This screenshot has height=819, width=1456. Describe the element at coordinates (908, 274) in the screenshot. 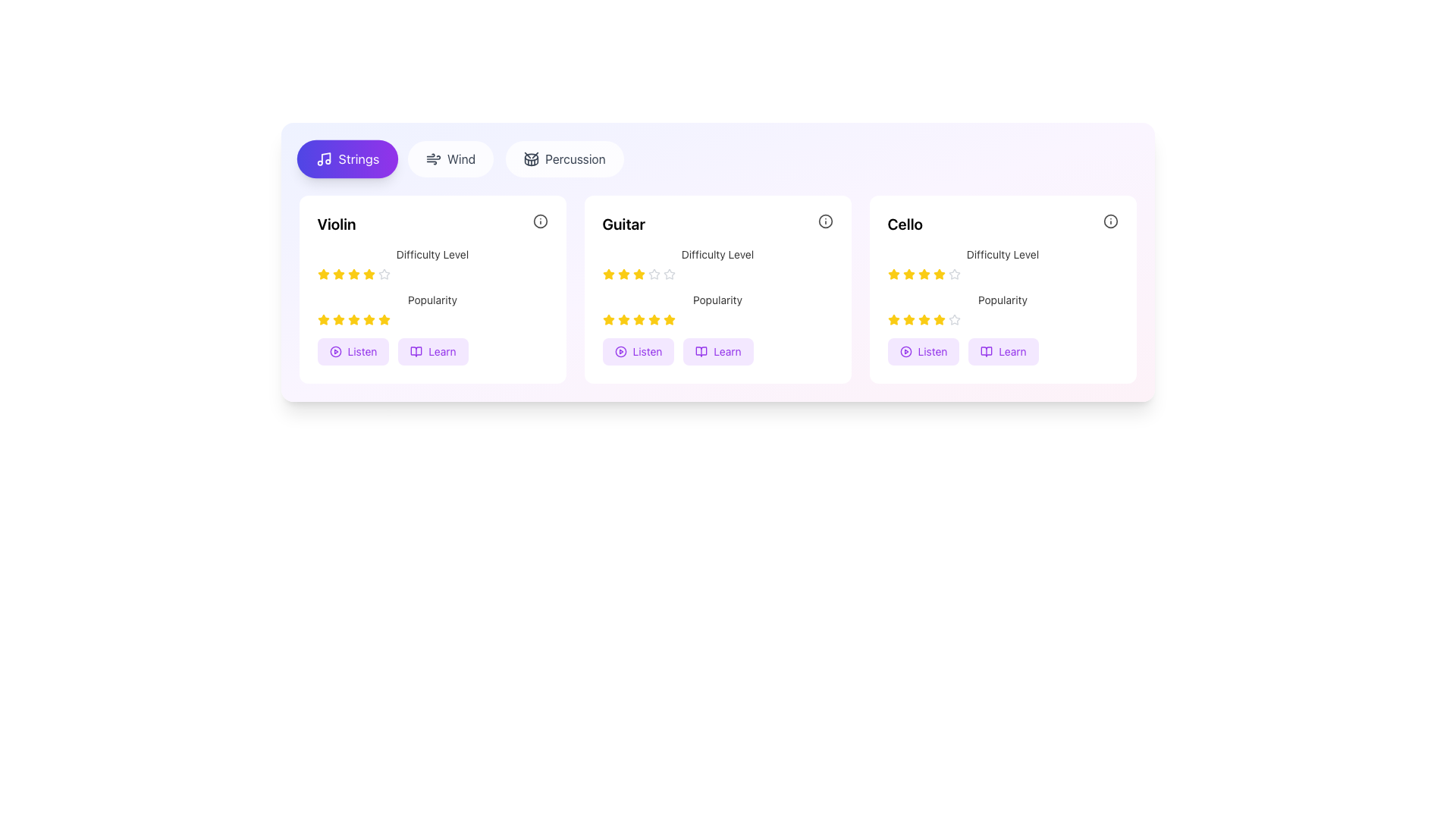

I see `the selected star-shaped icon filled with a yellow stroke and fill, located in the third card labeled 'Cello', representing the second star in the 'Difficulty Level' rating system` at that location.